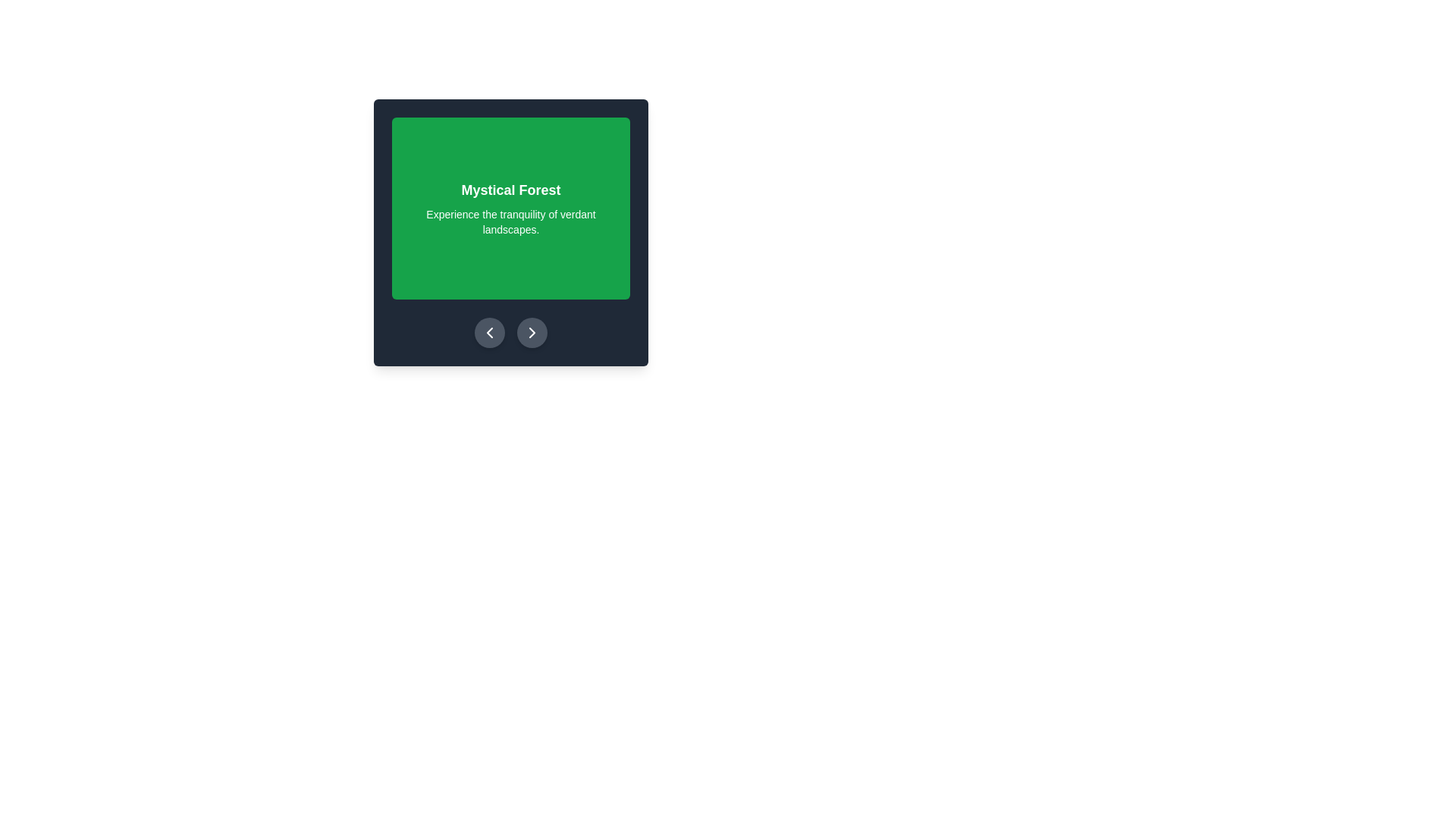 The height and width of the screenshot is (819, 1456). Describe the element at coordinates (510, 332) in the screenshot. I see `either button of the Navigation control group featuring left and right chevron icons` at that location.